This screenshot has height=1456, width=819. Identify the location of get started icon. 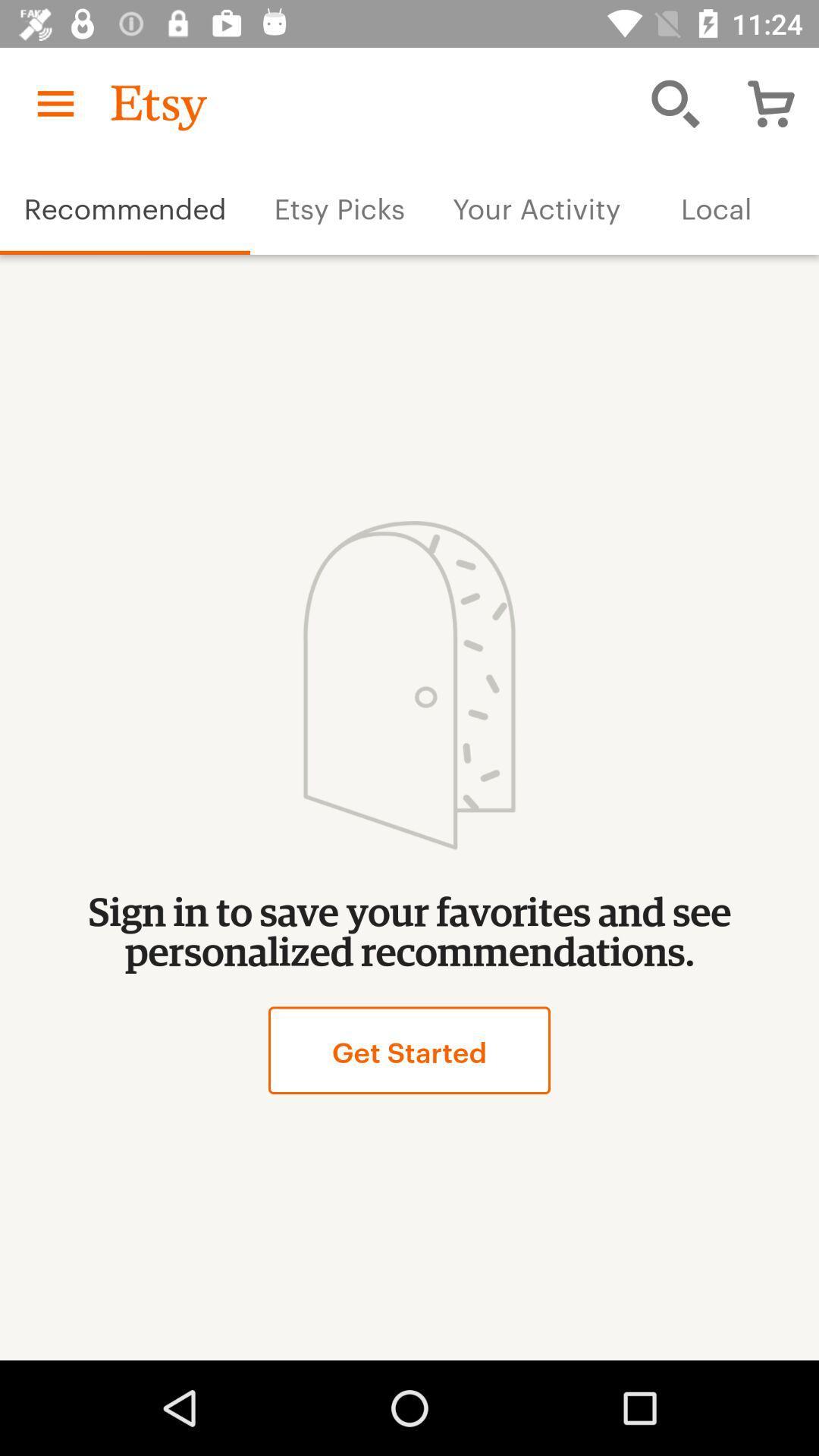
(409, 1050).